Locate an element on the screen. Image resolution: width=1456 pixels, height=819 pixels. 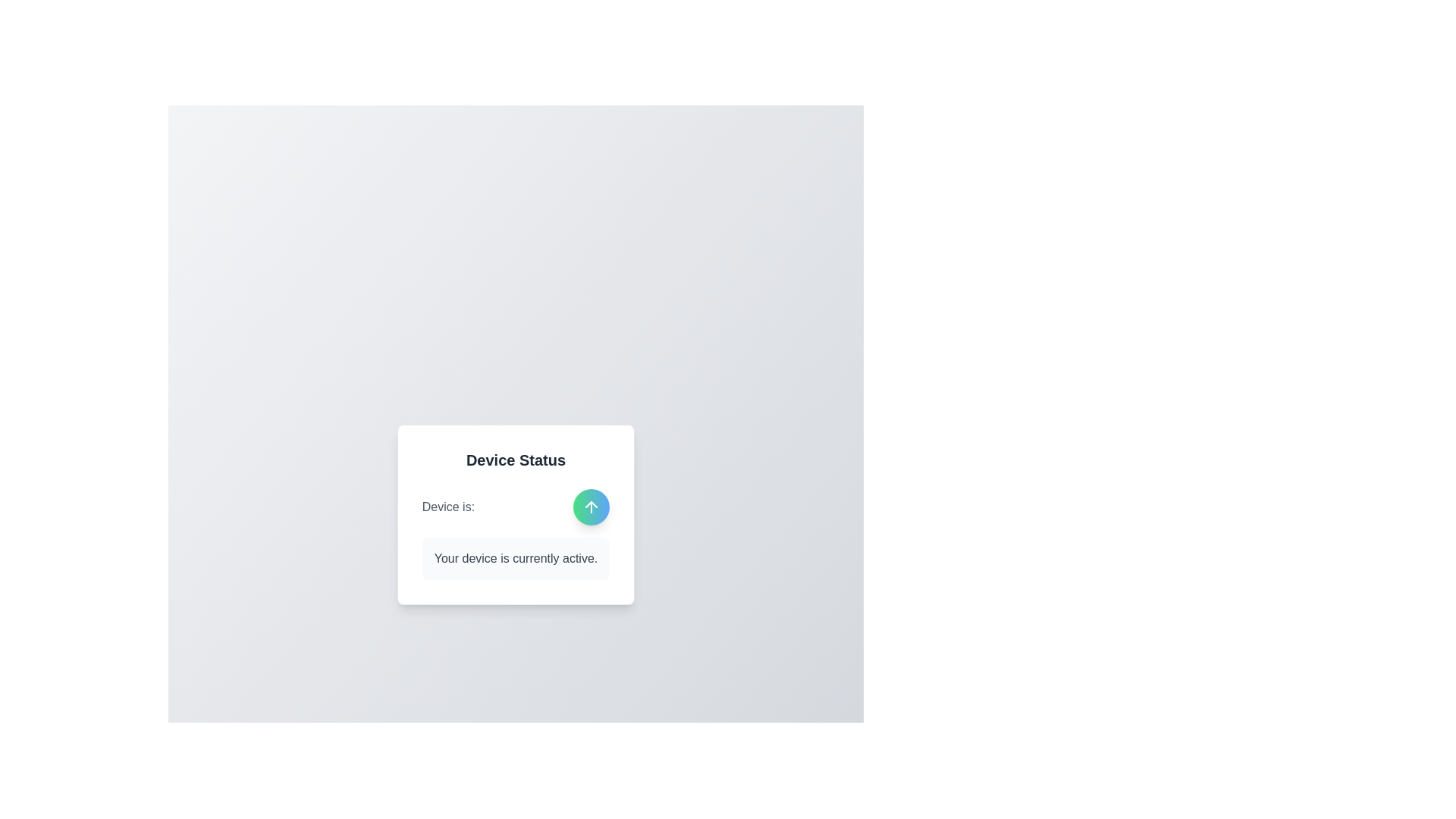
the interactive button in the 'Device Status' section is located at coordinates (516, 507).